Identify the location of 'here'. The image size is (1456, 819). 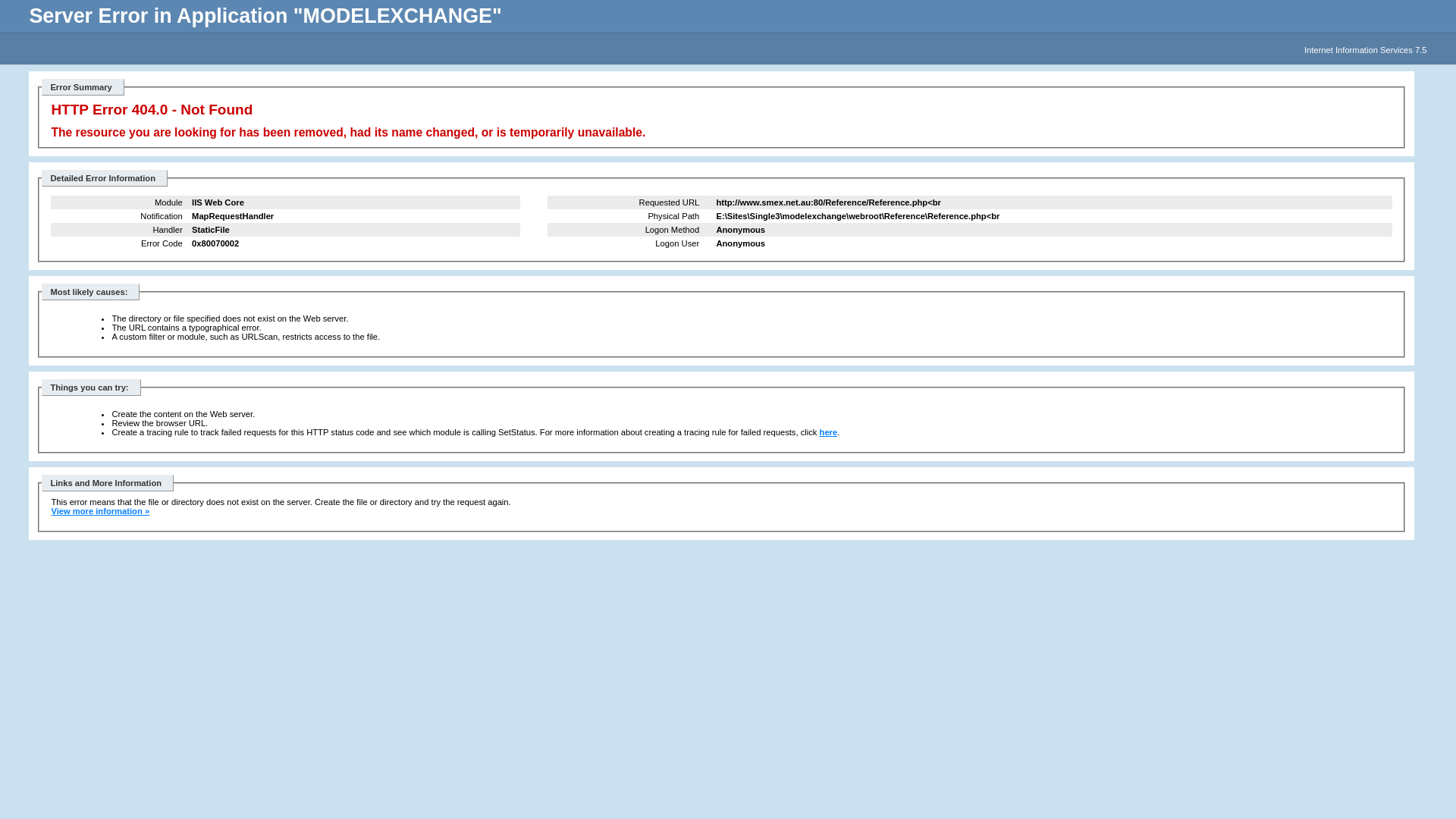
(828, 432).